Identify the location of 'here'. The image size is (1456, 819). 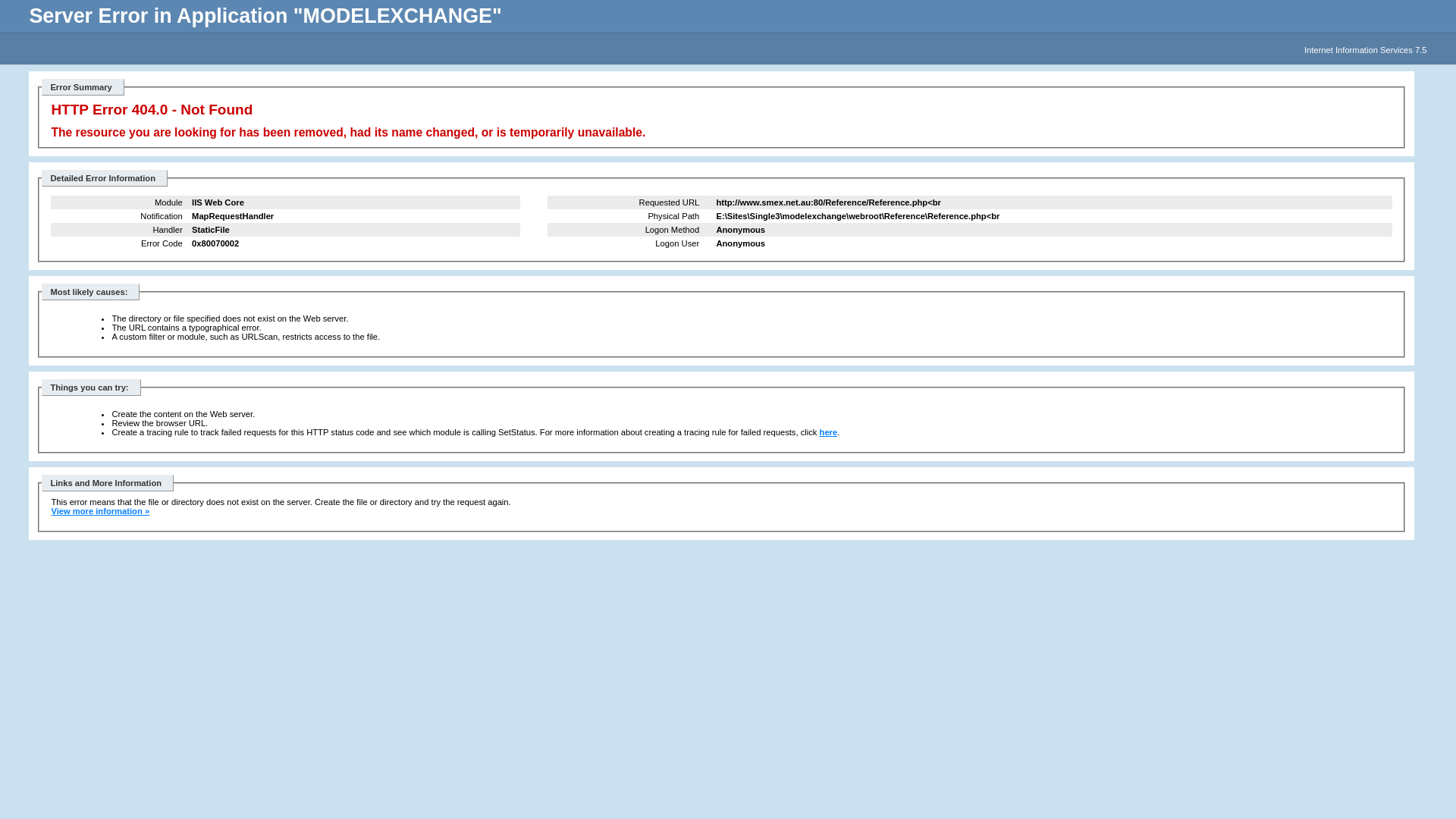
(828, 432).